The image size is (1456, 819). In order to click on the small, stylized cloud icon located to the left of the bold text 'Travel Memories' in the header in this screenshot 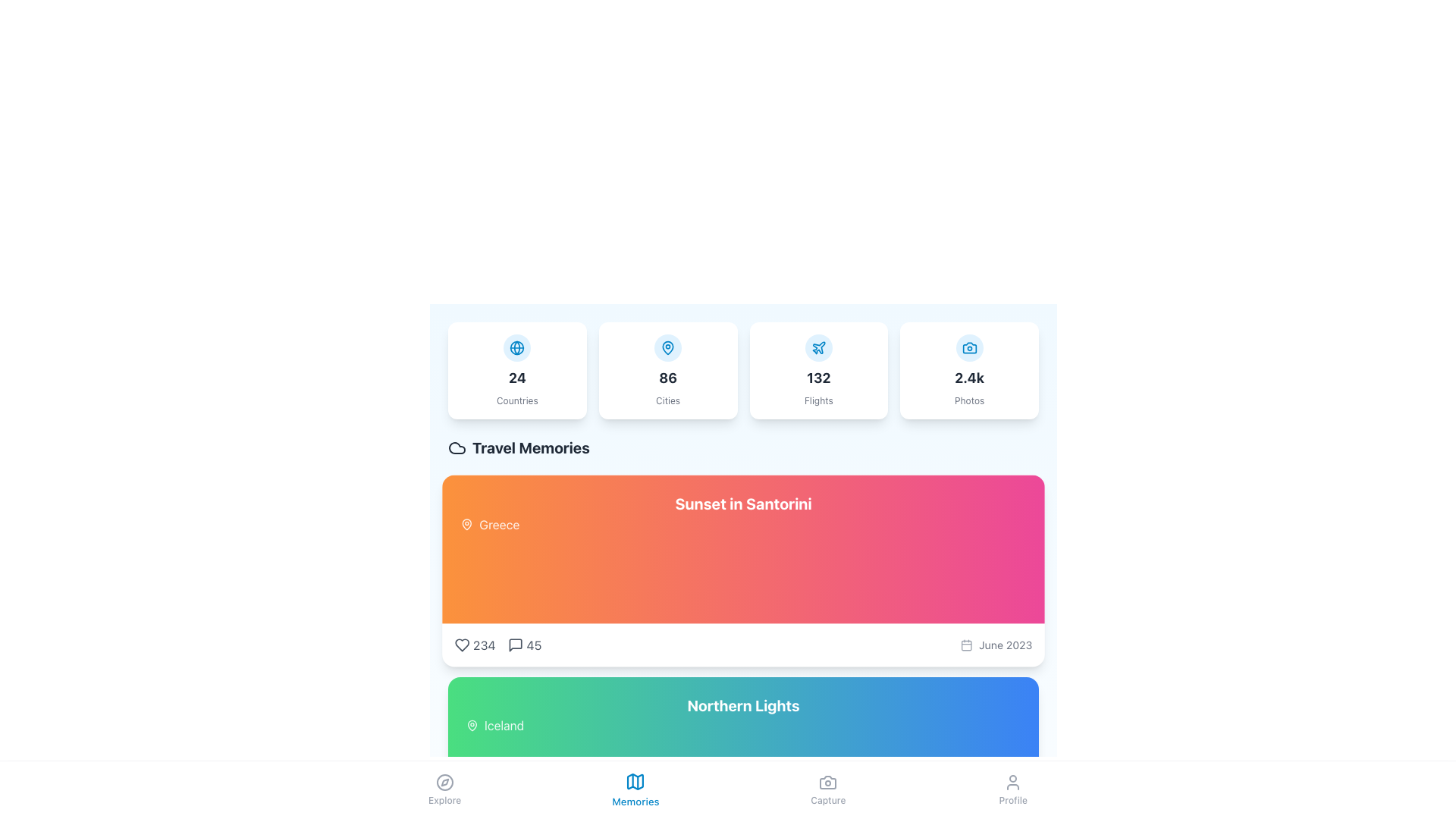, I will do `click(457, 447)`.